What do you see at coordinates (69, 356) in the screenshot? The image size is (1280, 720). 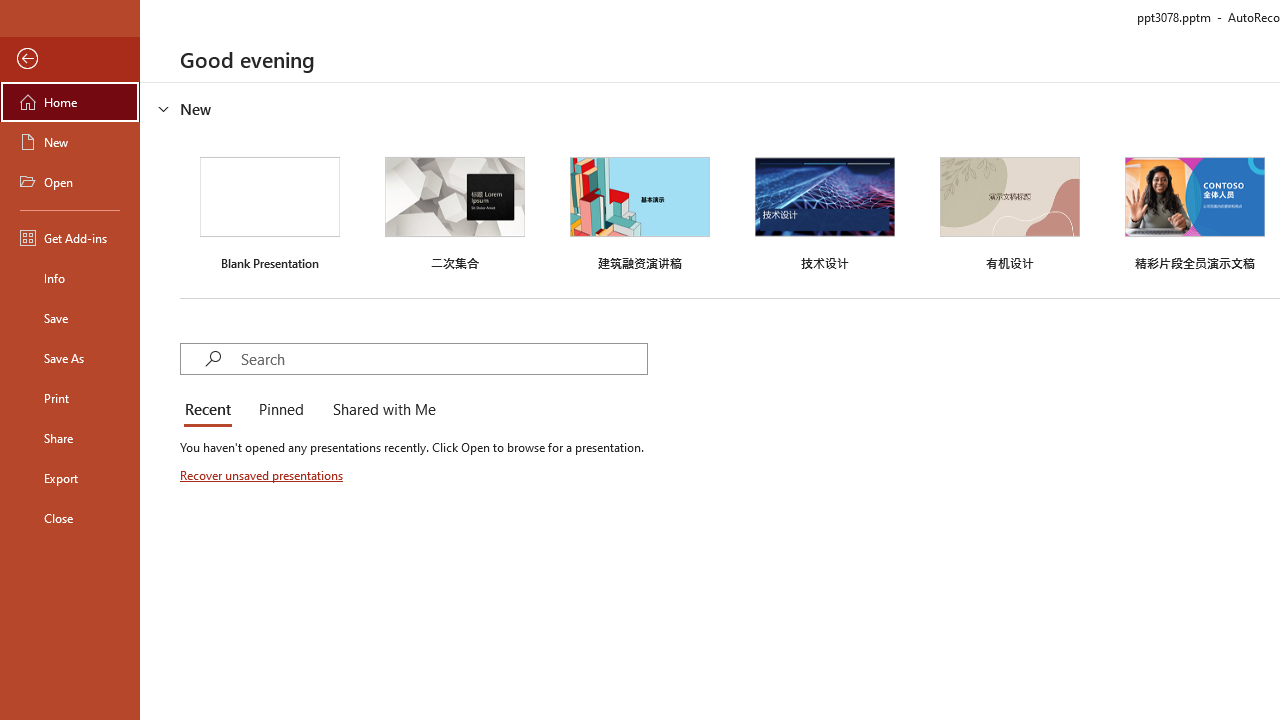 I see `'Save As'` at bounding box center [69, 356].